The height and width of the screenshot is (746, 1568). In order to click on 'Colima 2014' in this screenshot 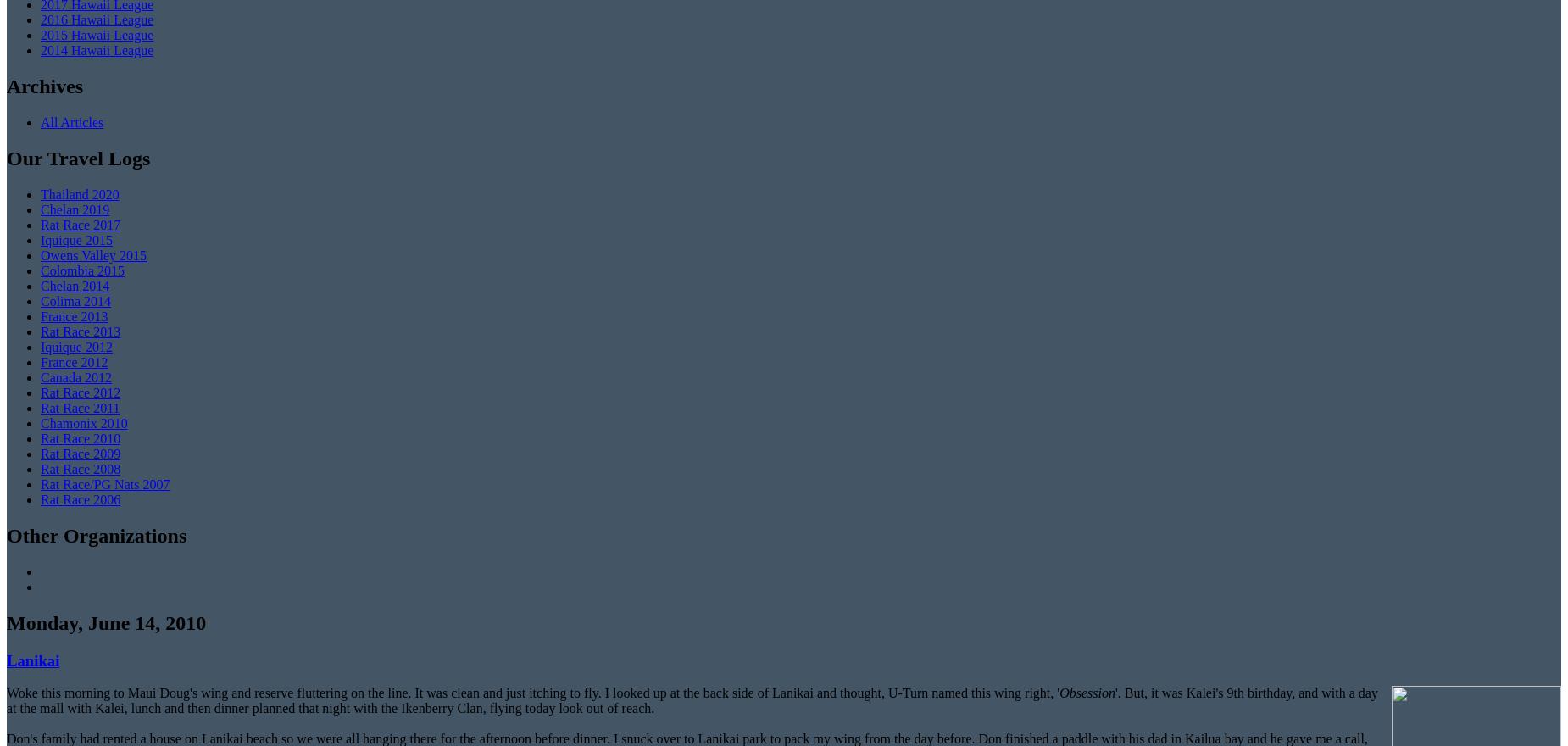, I will do `click(75, 301)`.